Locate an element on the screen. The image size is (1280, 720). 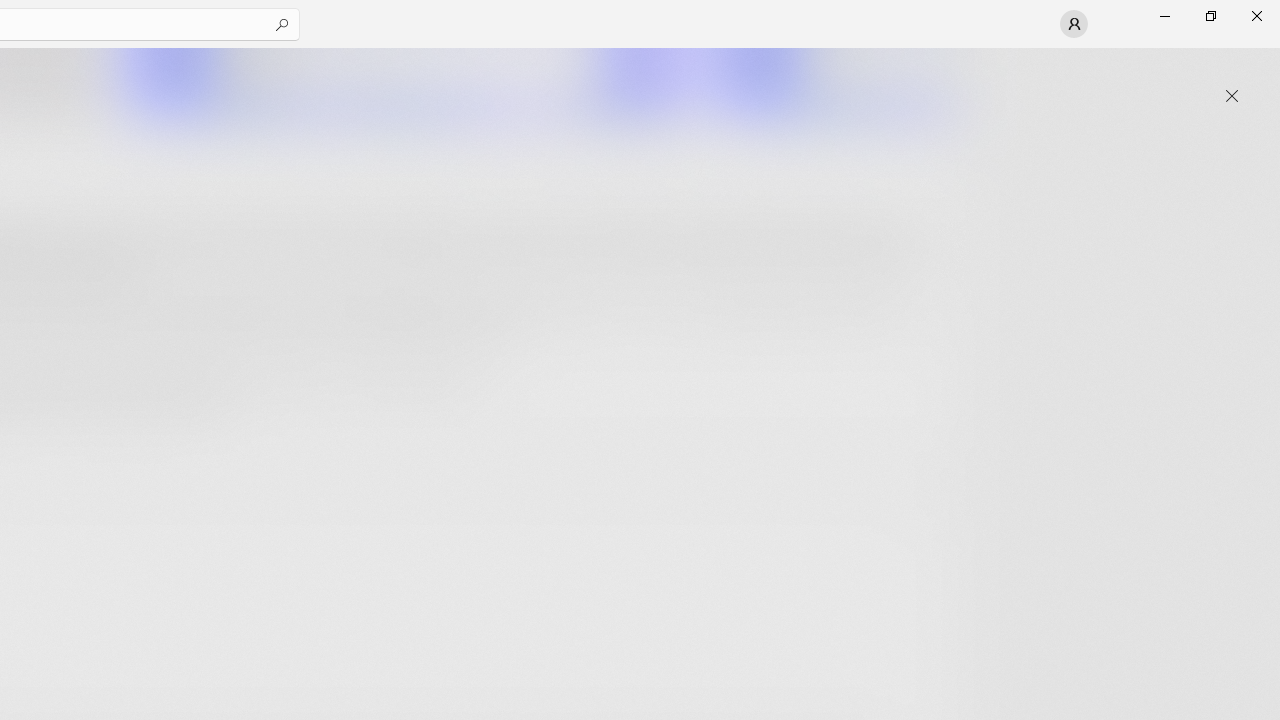
'Minimize Microsoft Store' is located at coordinates (1164, 15).